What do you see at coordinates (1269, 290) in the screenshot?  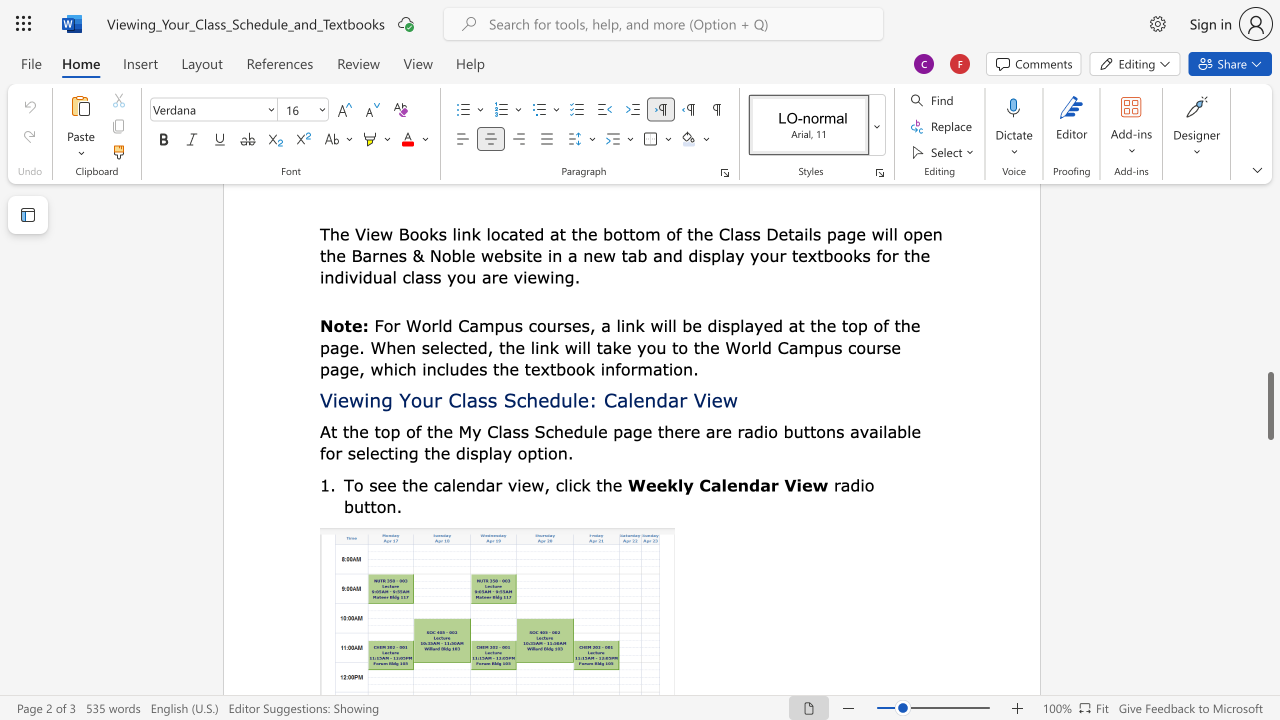 I see `the scrollbar on the right to move the page upward` at bounding box center [1269, 290].